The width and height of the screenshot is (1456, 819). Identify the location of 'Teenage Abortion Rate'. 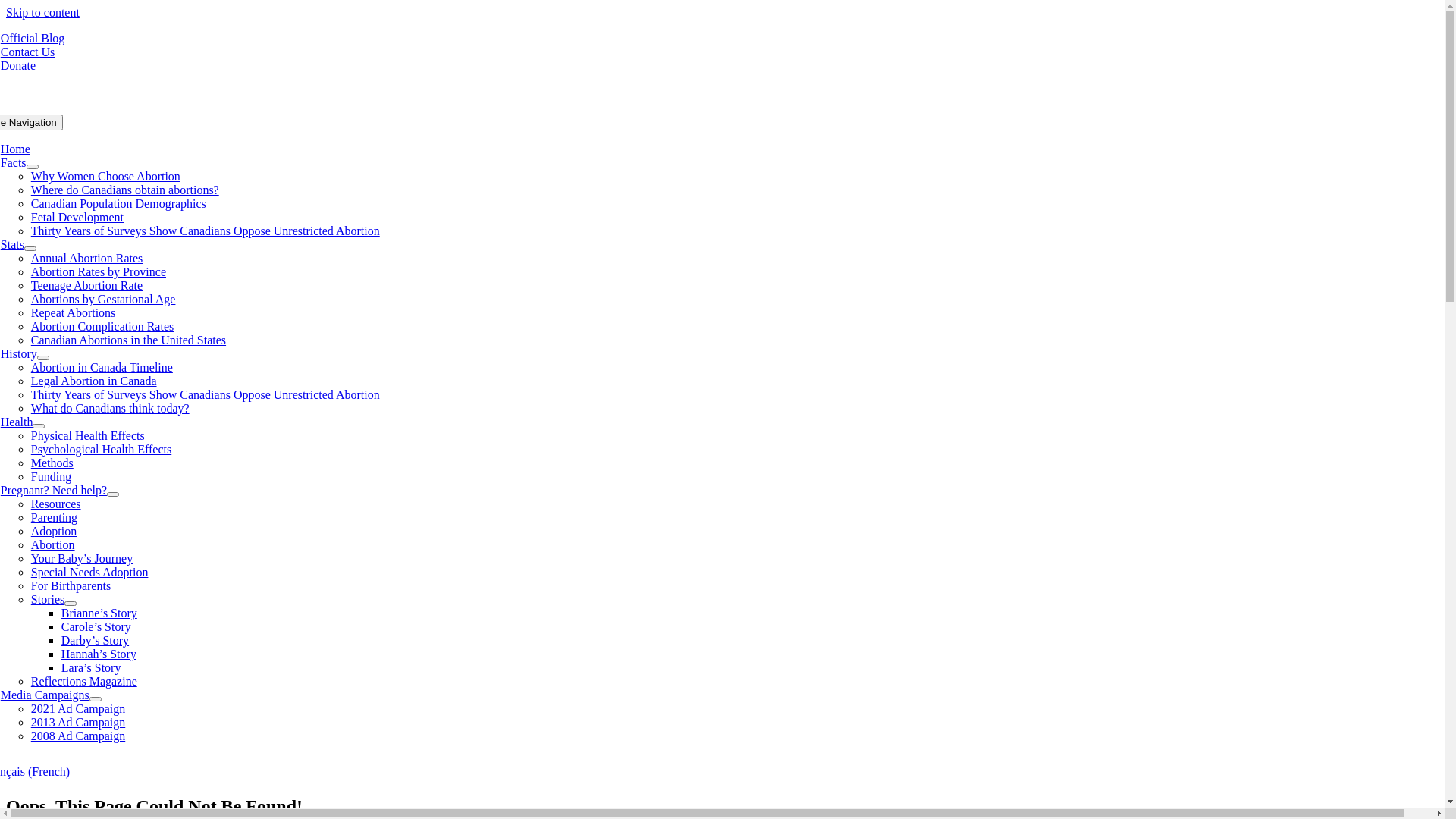
(31, 285).